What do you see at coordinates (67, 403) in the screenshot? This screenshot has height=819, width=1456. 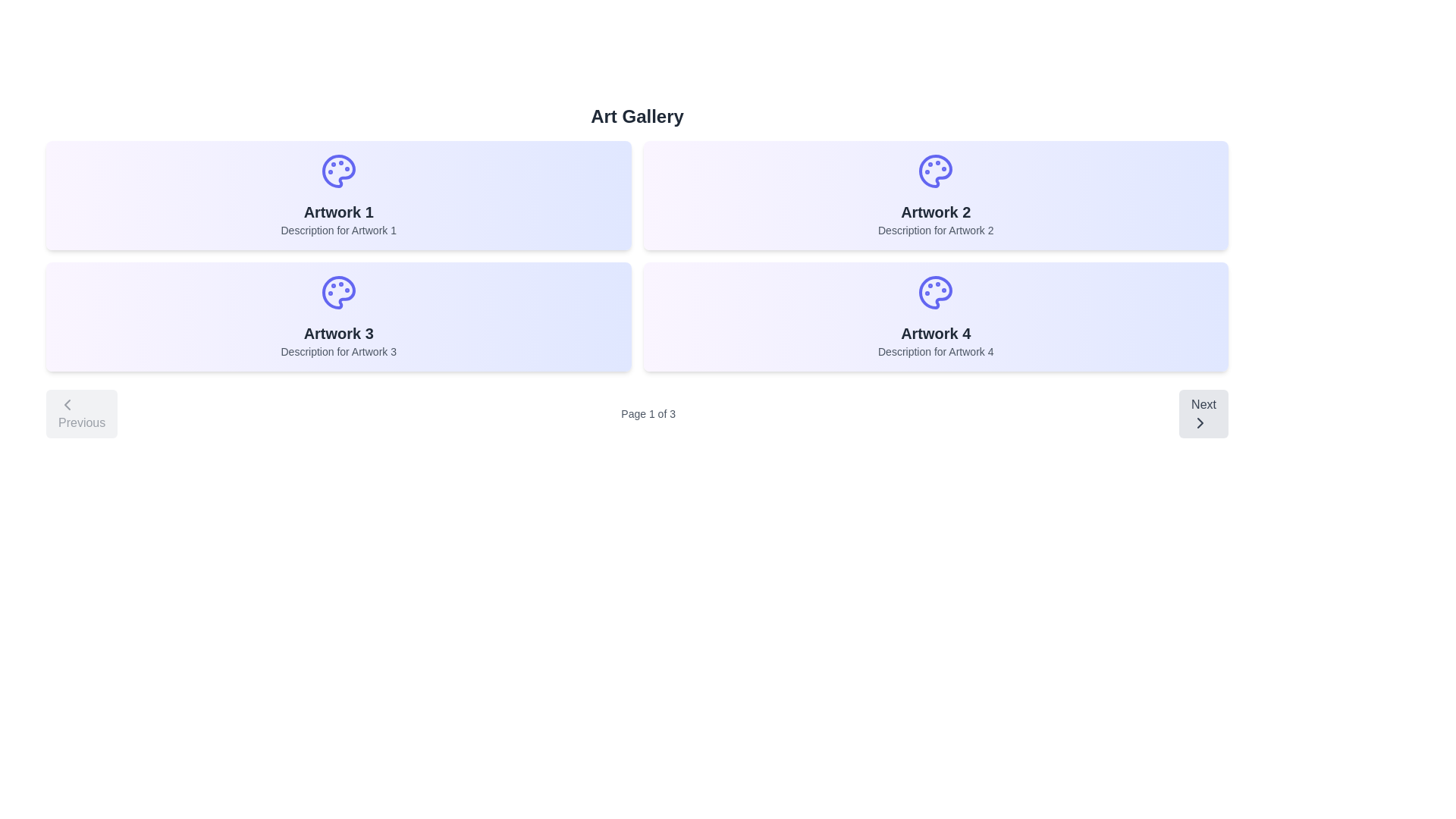 I see `the chevron-style left arrow icon located in the bottom-left corner of the interface` at bounding box center [67, 403].